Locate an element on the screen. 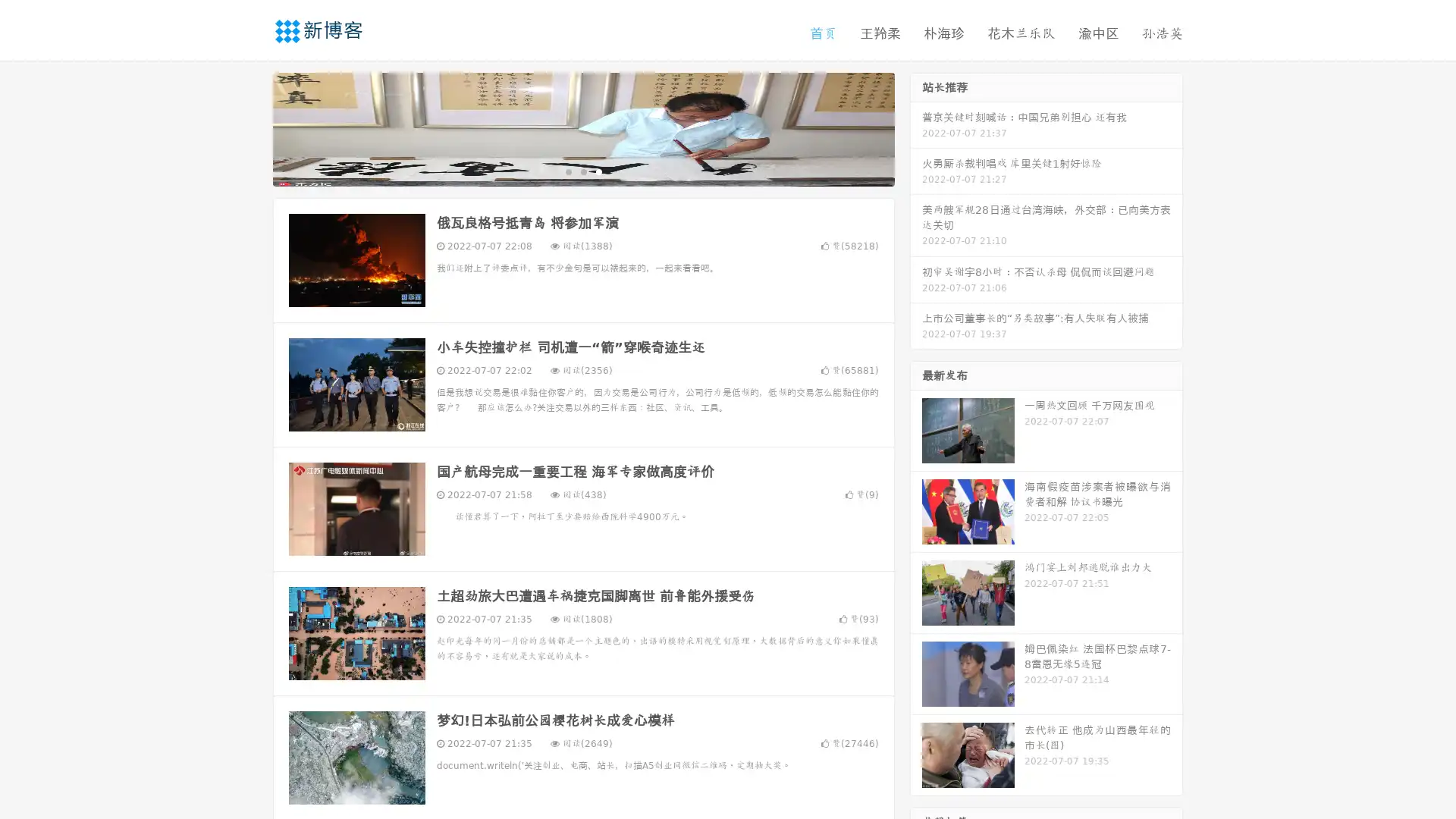 This screenshot has height=819, width=1456. Next slide is located at coordinates (916, 127).